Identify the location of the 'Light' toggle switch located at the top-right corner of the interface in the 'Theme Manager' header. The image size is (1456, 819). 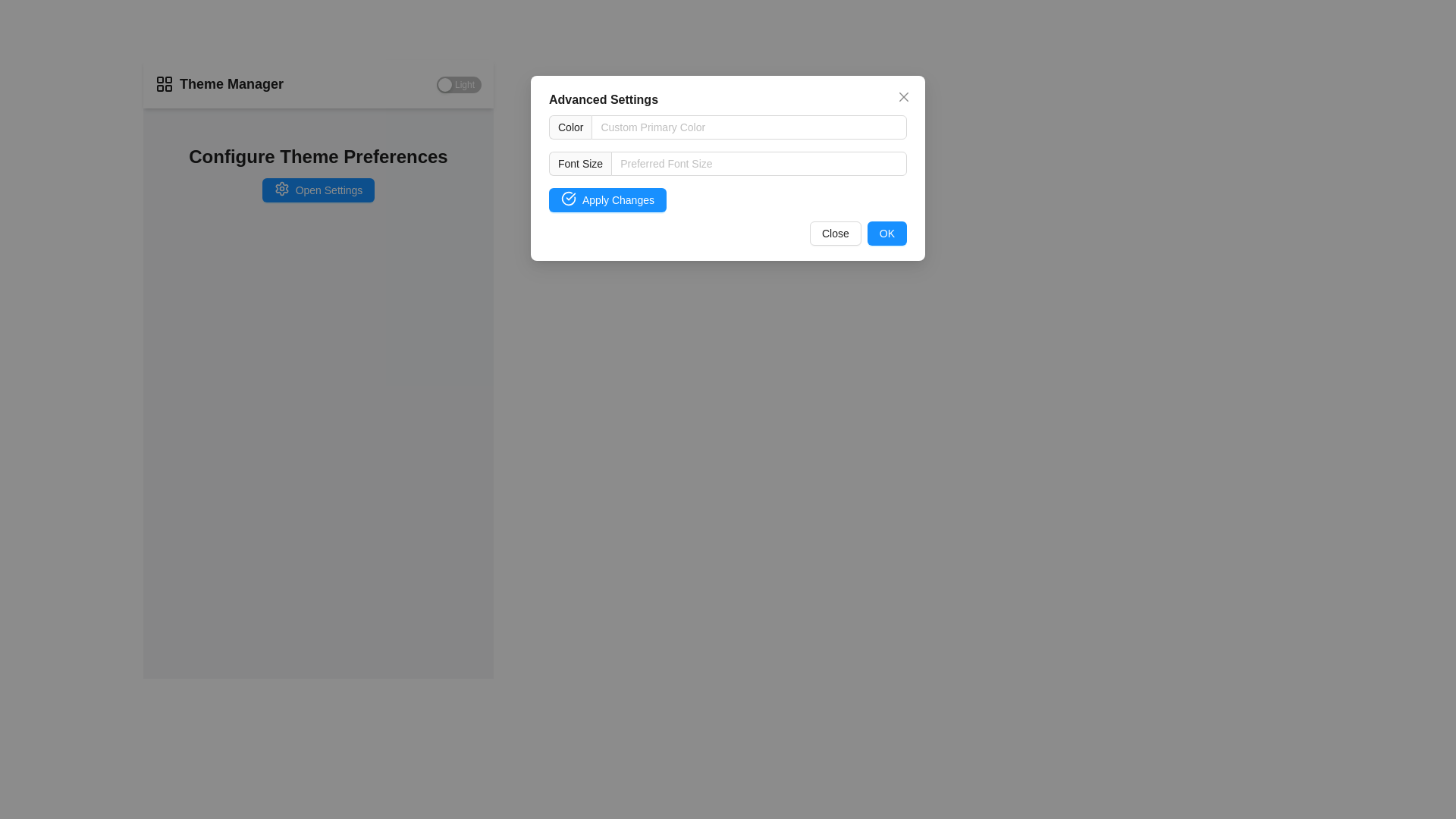
(458, 85).